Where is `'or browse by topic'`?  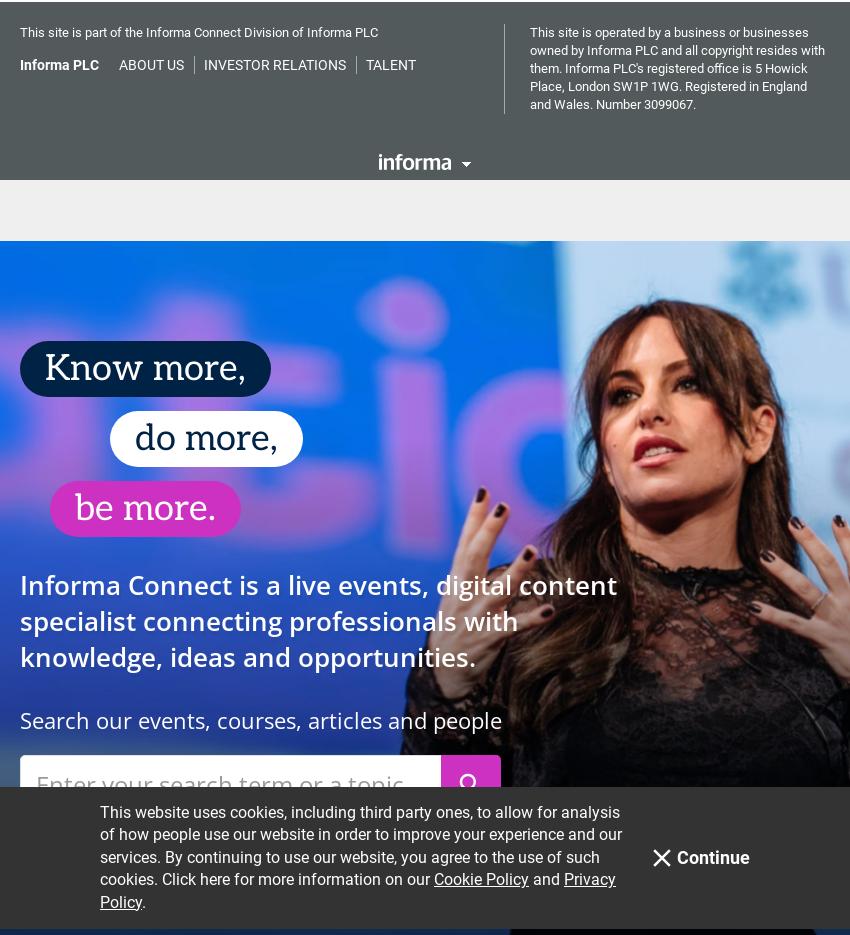
'or browse by topic' is located at coordinates (113, 815).